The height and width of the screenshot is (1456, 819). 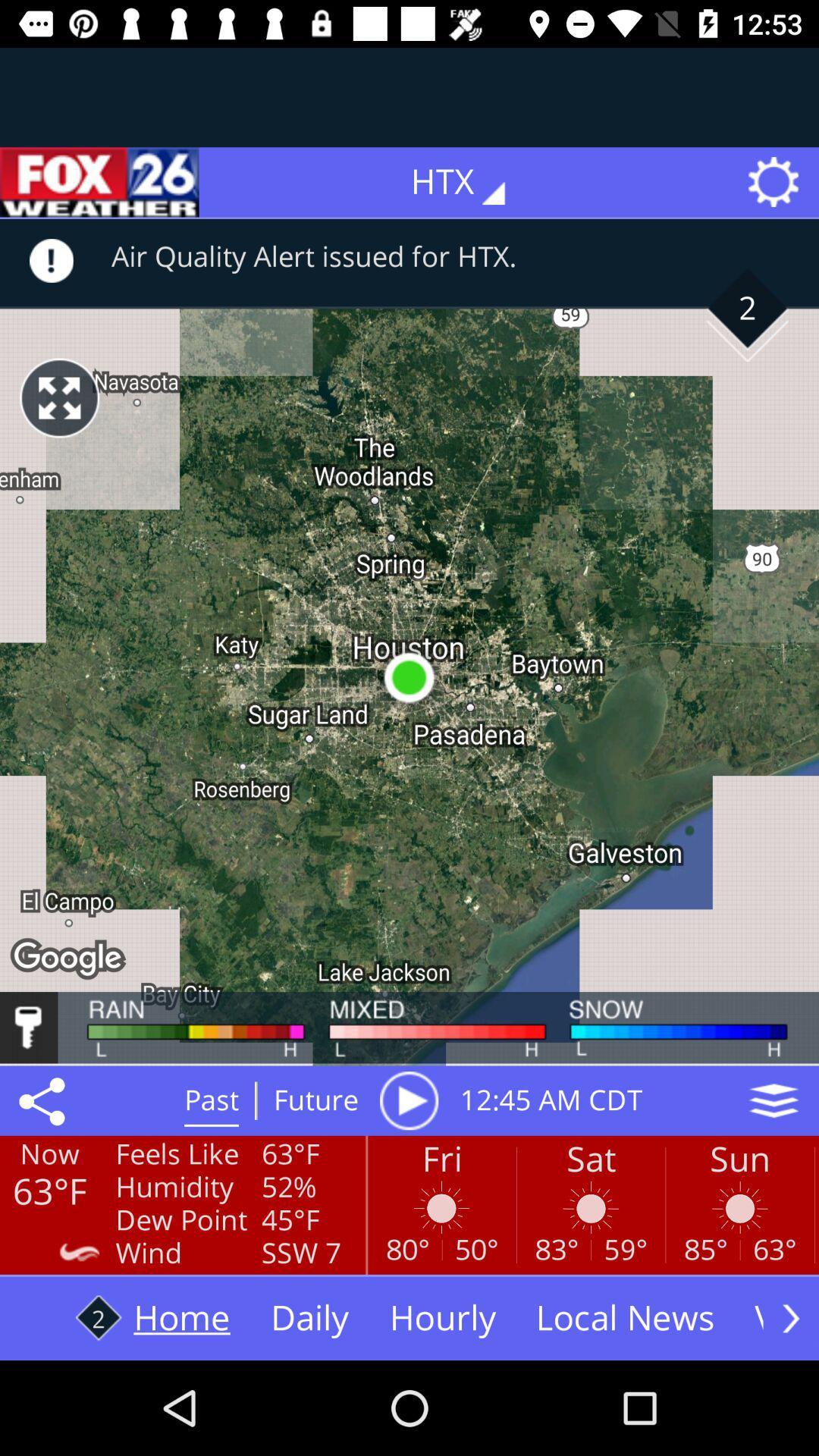 What do you see at coordinates (44, 1100) in the screenshot?
I see `the share icon` at bounding box center [44, 1100].